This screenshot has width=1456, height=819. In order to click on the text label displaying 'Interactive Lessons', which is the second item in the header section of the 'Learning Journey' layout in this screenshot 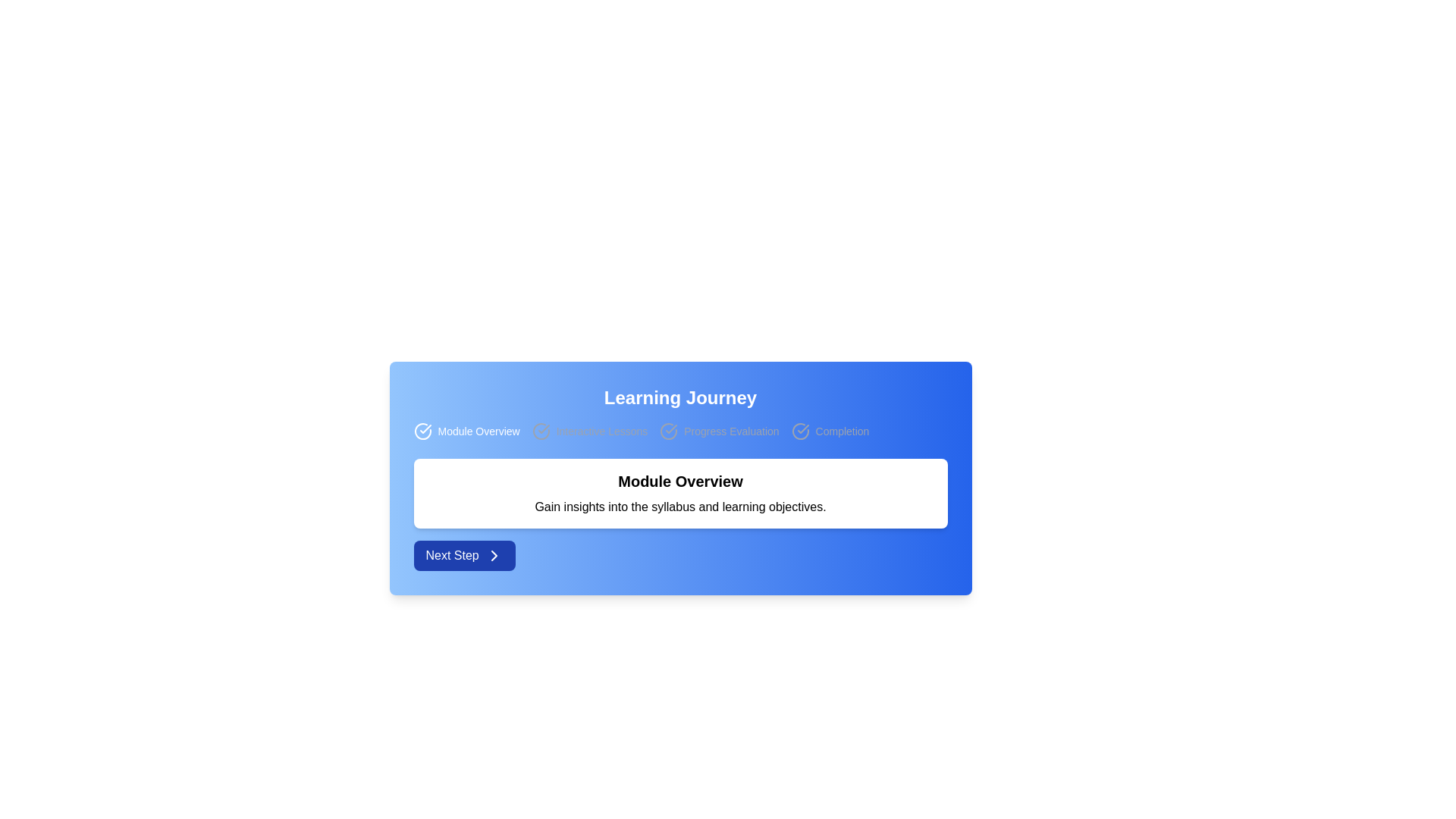, I will do `click(601, 431)`.